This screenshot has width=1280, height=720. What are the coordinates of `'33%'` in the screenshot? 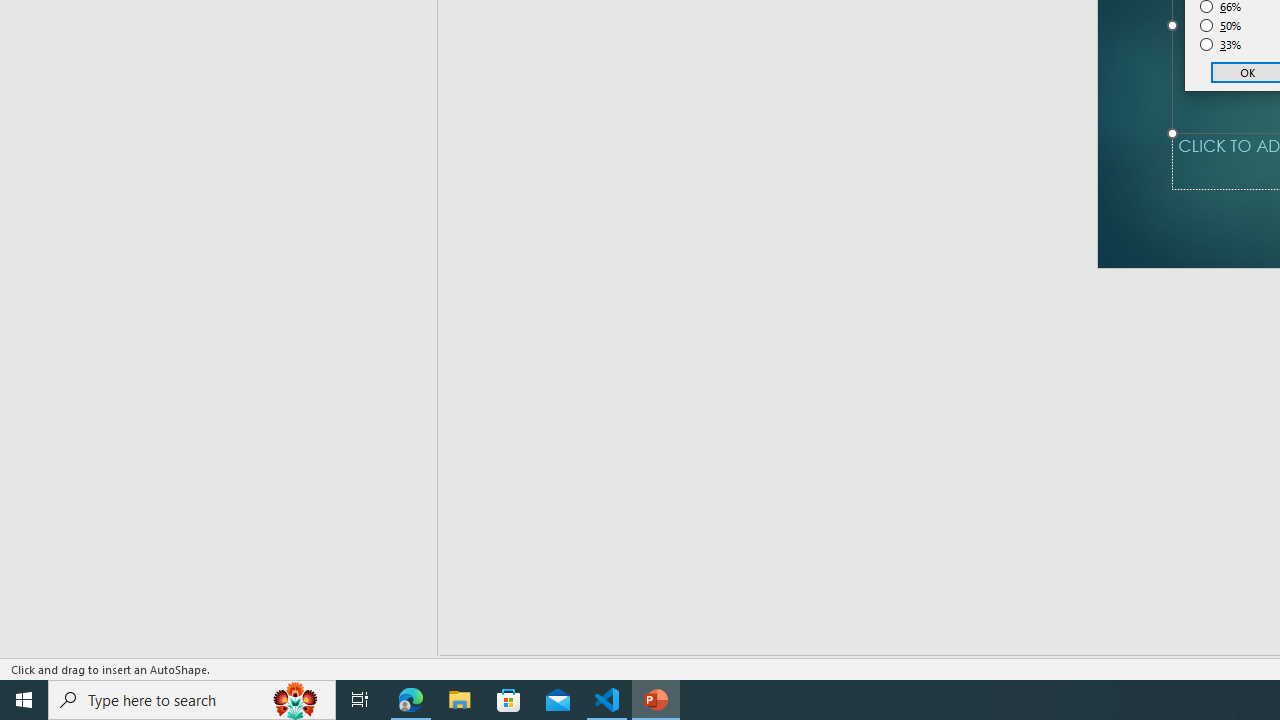 It's located at (1220, 45).